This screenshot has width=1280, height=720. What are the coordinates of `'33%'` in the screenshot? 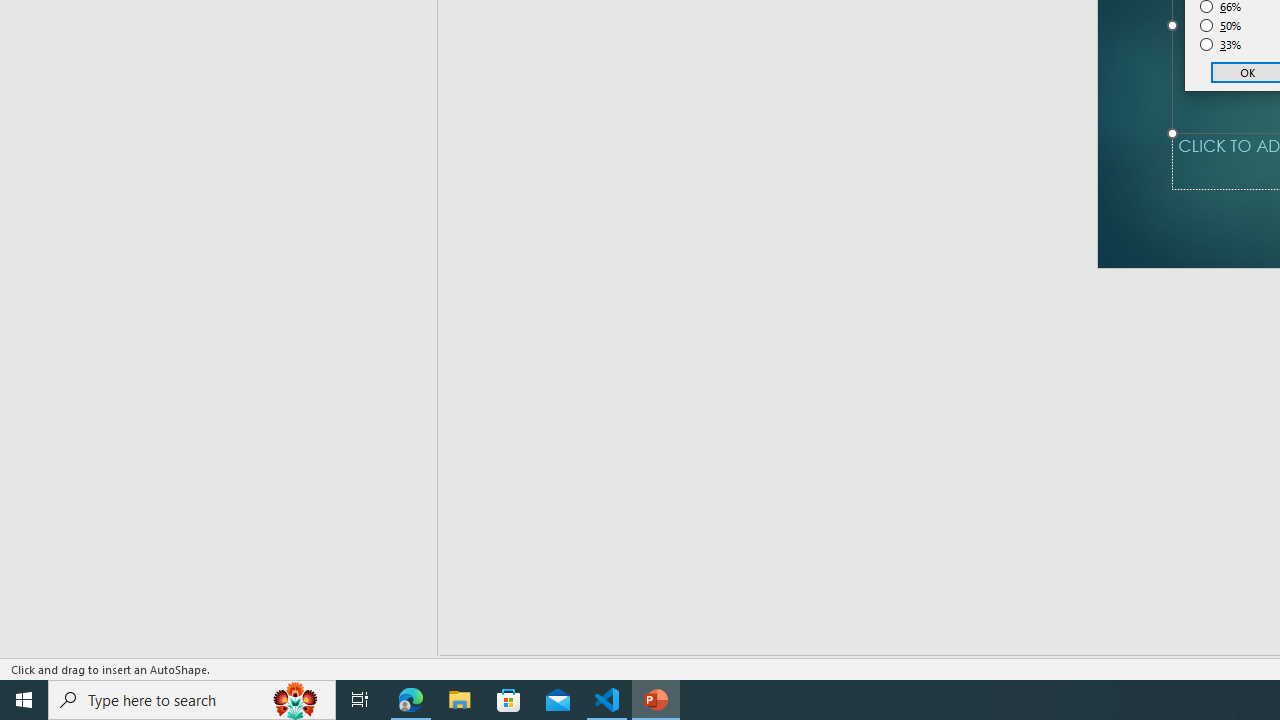 It's located at (1220, 45).